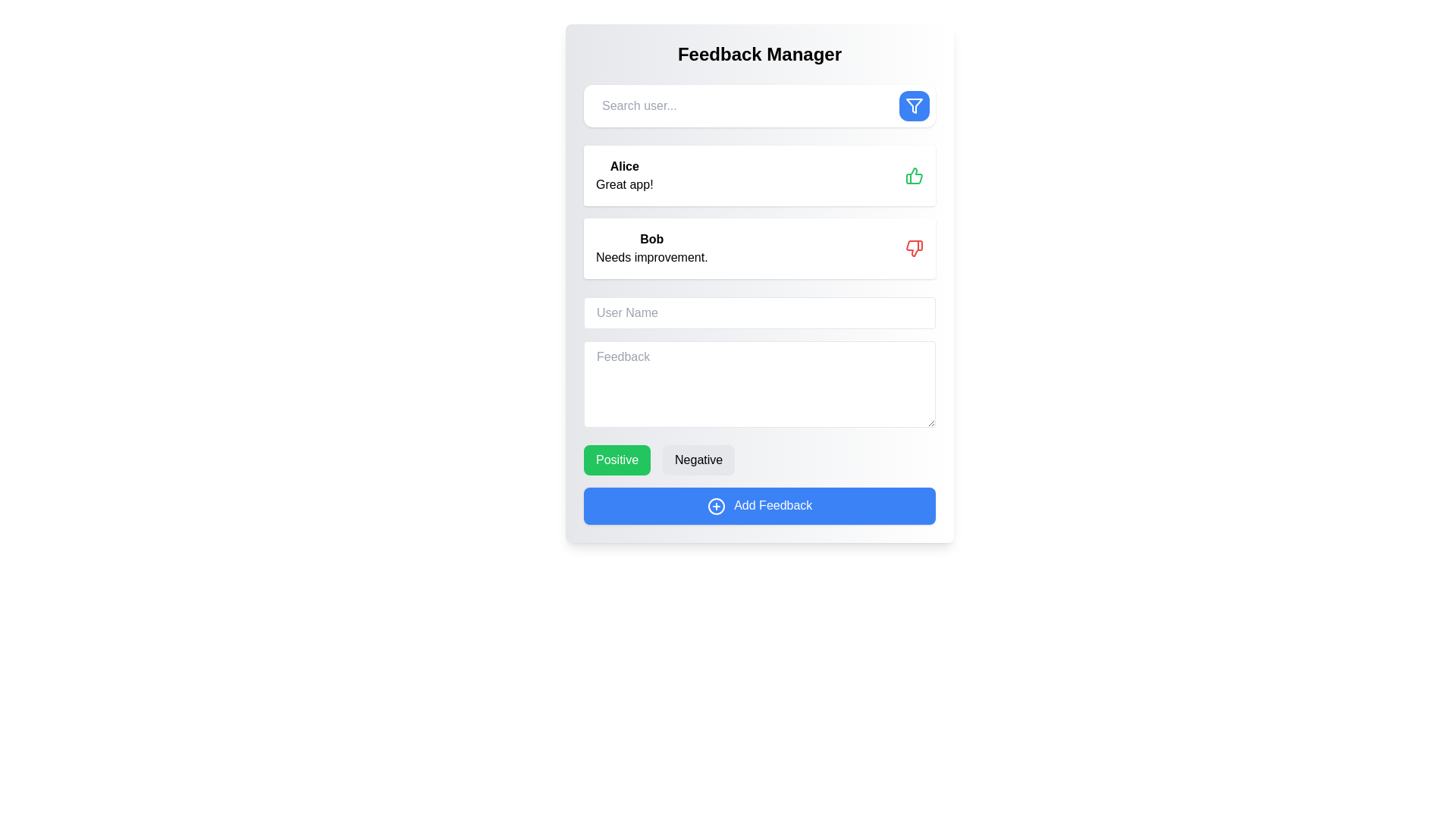 Image resolution: width=1456 pixels, height=819 pixels. What do you see at coordinates (913, 174) in the screenshot?
I see `the thumbs-up icon, which is a green line-based SVG style icon indicating positive sentiment, positioned to the right of the text 'Bob' and above a thumbs-down icon` at bounding box center [913, 174].